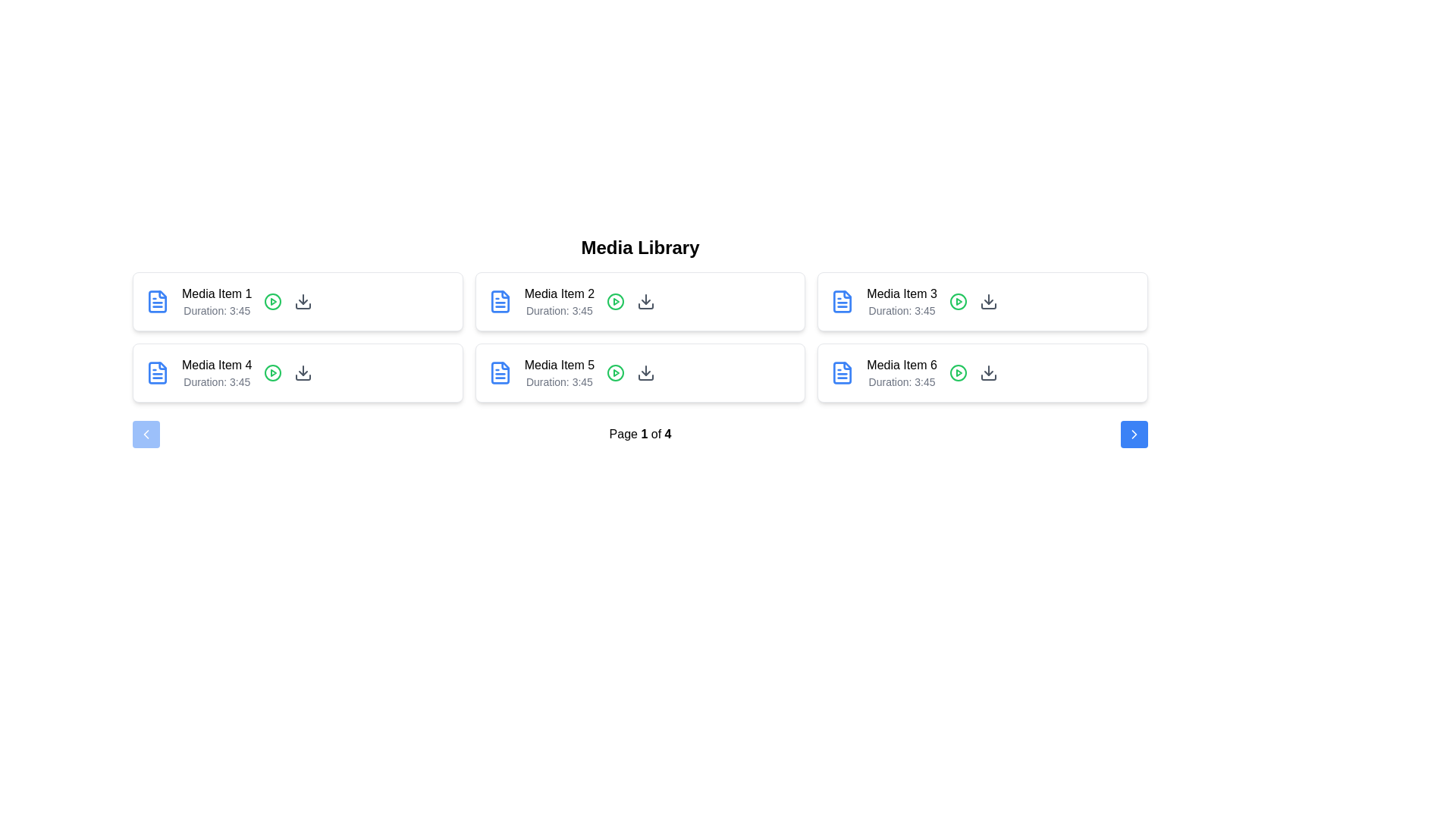 The width and height of the screenshot is (1456, 819). I want to click on the circular visual boundary element that forms a border around the triangular play symbol in the second media card of the media library layout, which is centrally placed within the green play button, so click(616, 301).